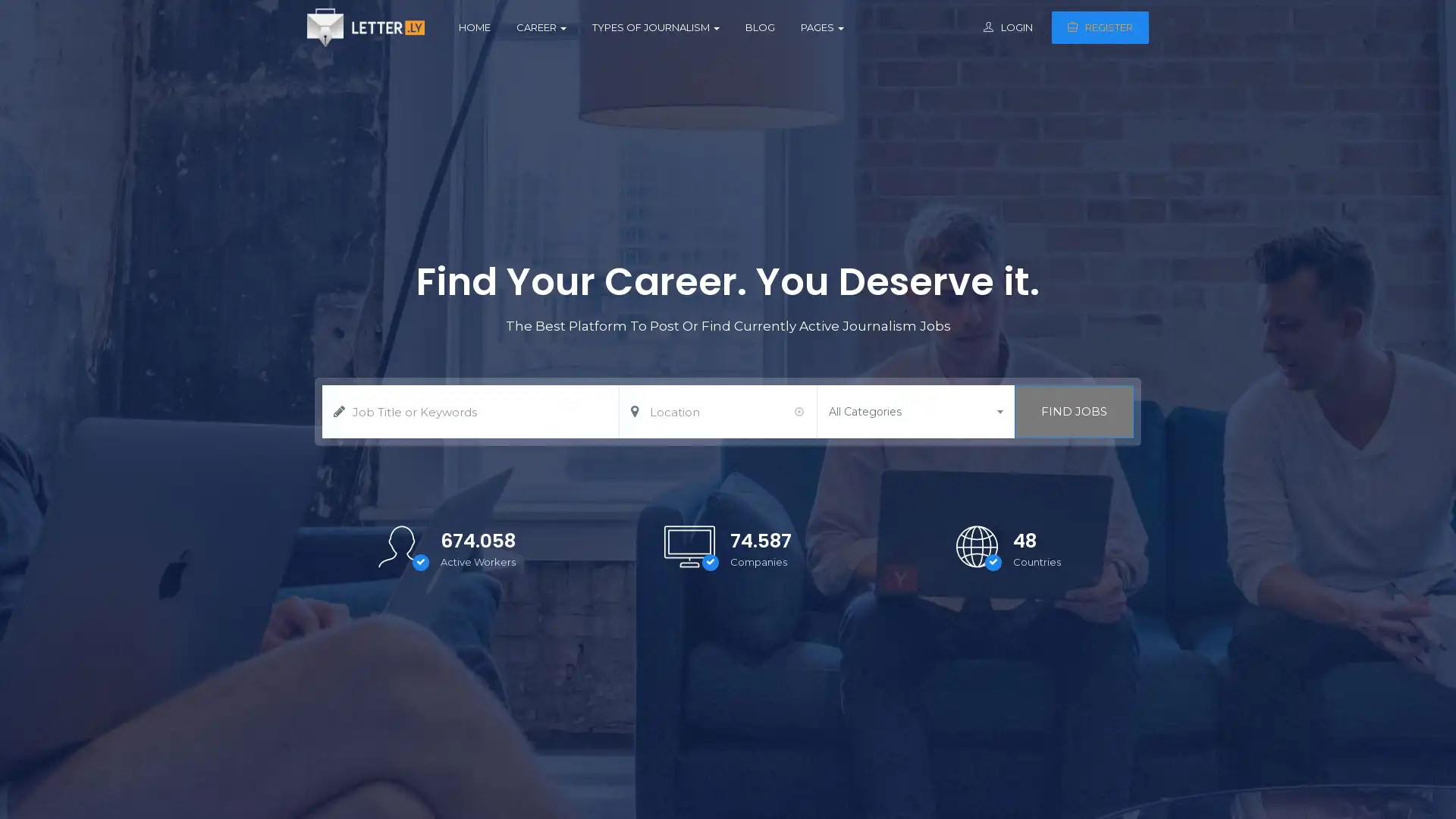 The height and width of the screenshot is (819, 1456). Describe the element at coordinates (1073, 412) in the screenshot. I see `FIND JOBS` at that location.